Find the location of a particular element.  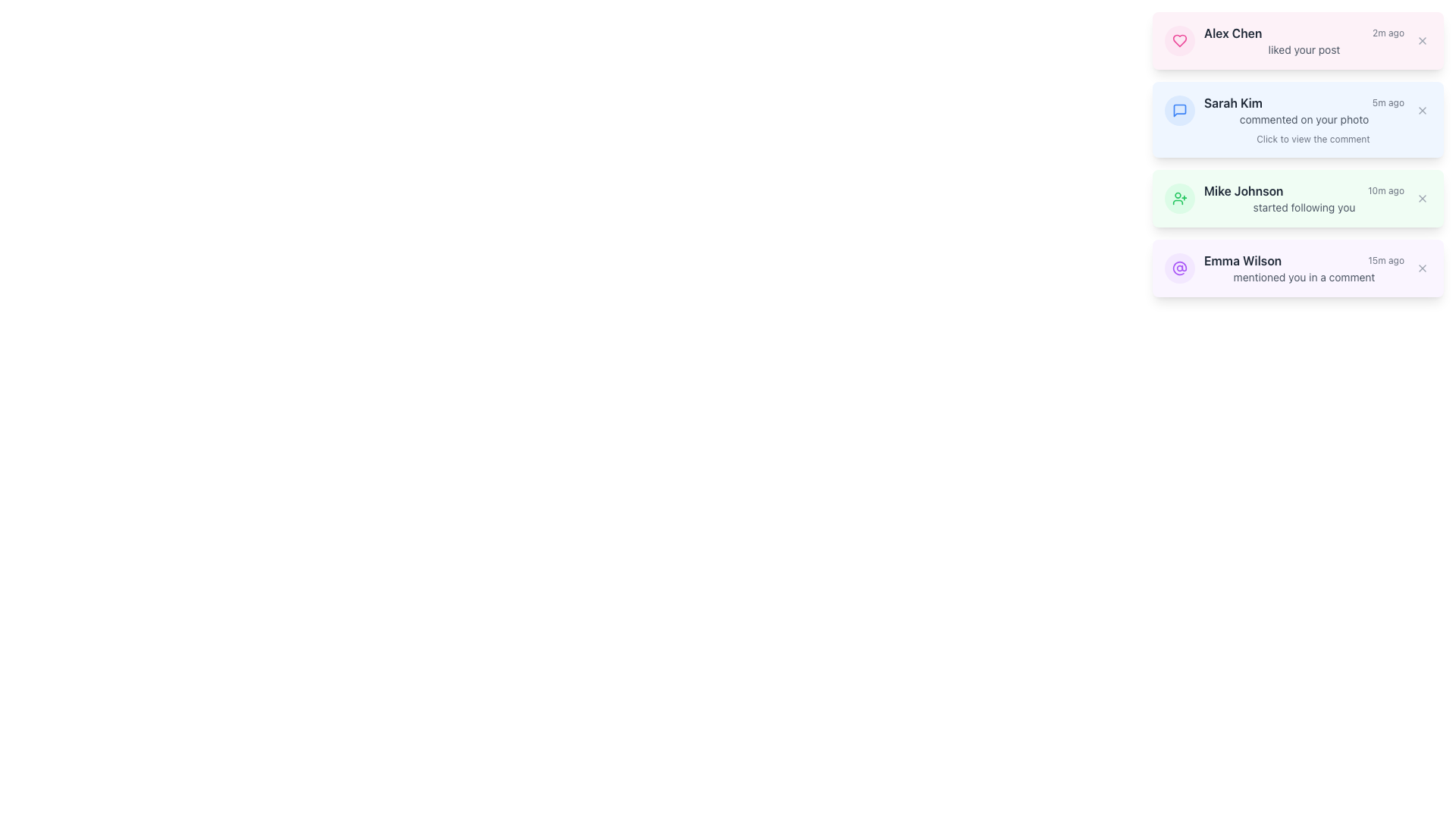

the Notification item containing 'Mike Johnson started following you' for more details, as it is interactive is located at coordinates (1303, 198).